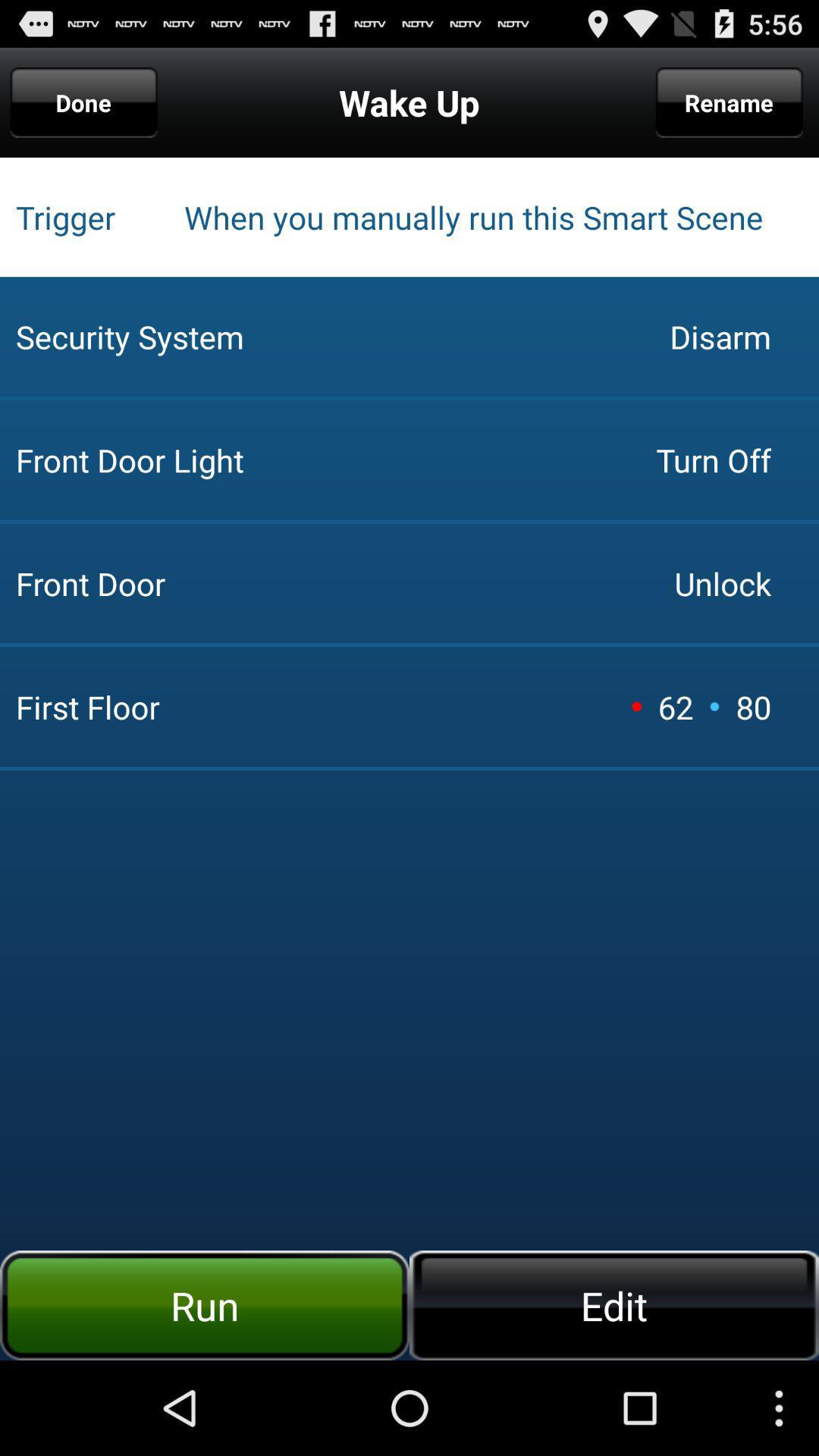  What do you see at coordinates (753, 706) in the screenshot?
I see `the button above the edit` at bounding box center [753, 706].